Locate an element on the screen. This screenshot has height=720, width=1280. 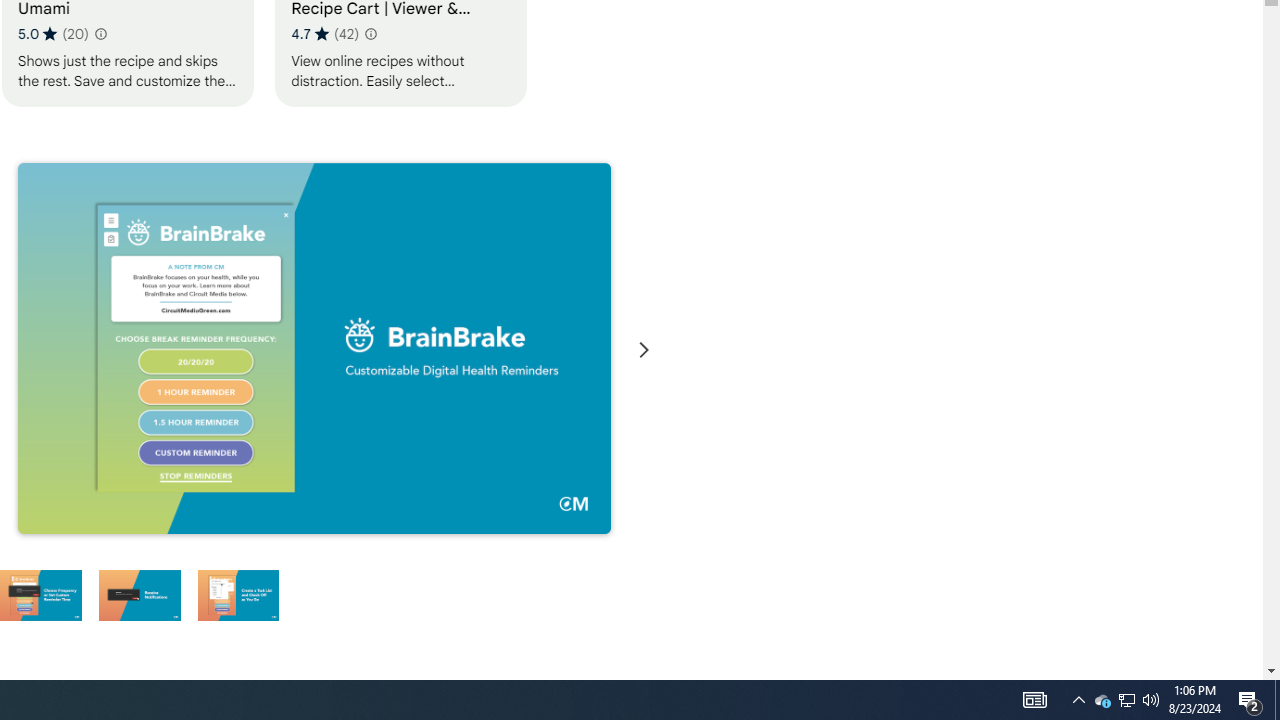
'Next slide' is located at coordinates (643, 349).